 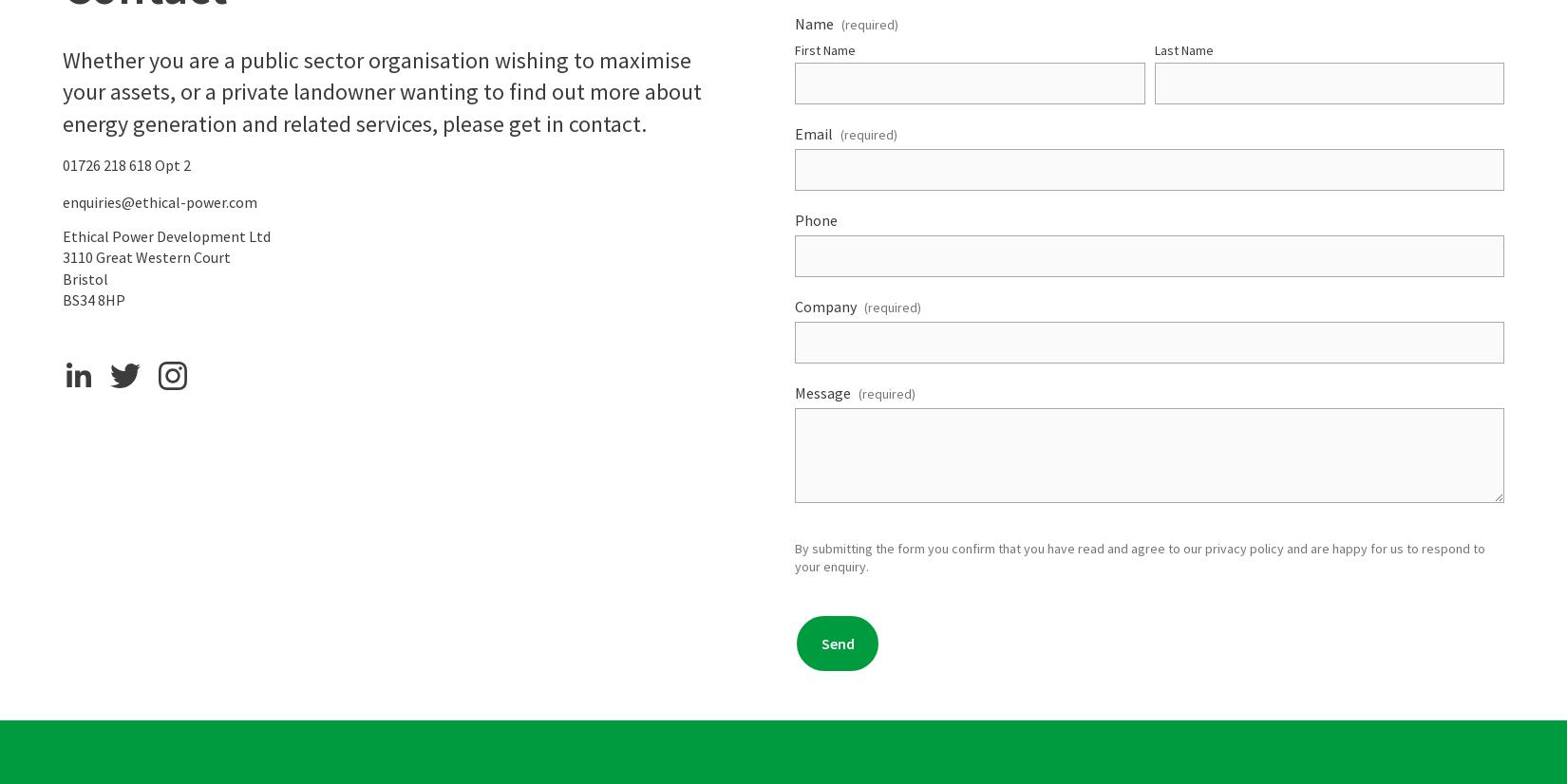 I want to click on 'and are happy for us to respond to your enquiry.', so click(x=1142, y=556).